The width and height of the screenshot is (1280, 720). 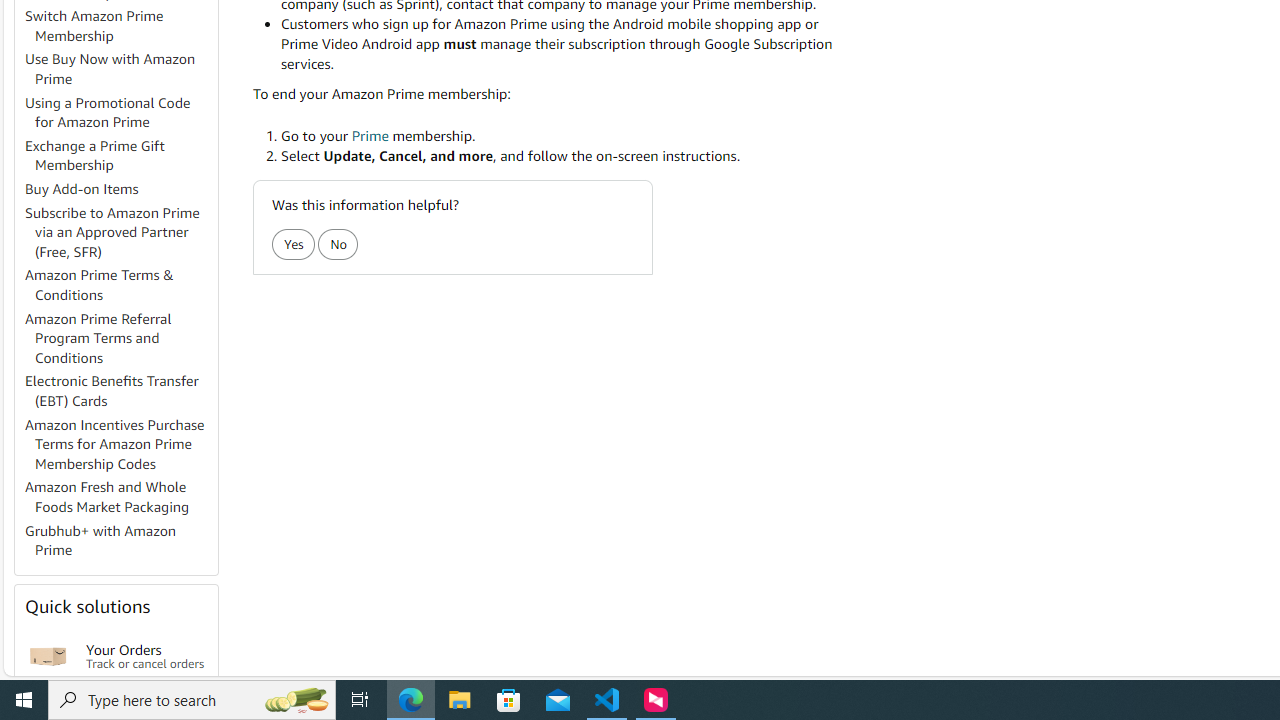 What do you see at coordinates (97, 337) in the screenshot?
I see `'Amazon Prime Referral Program Terms and Conditions'` at bounding box center [97, 337].